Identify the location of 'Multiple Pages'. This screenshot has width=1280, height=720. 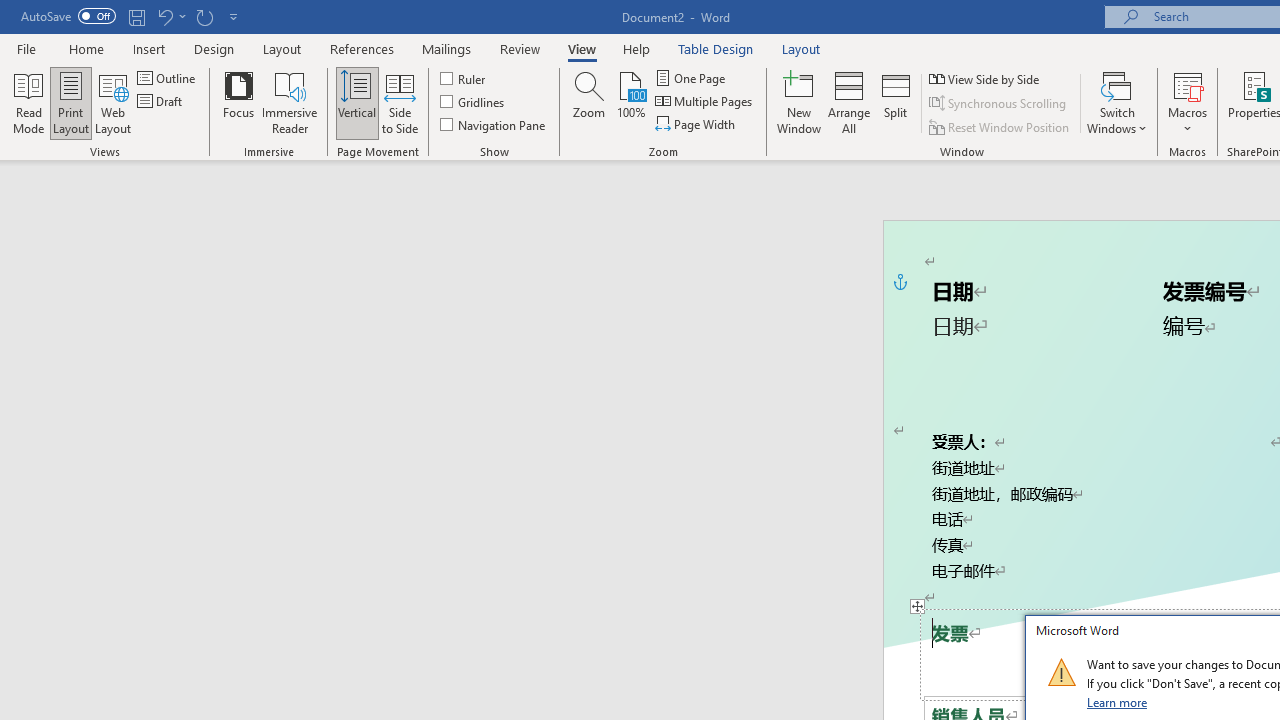
(705, 101).